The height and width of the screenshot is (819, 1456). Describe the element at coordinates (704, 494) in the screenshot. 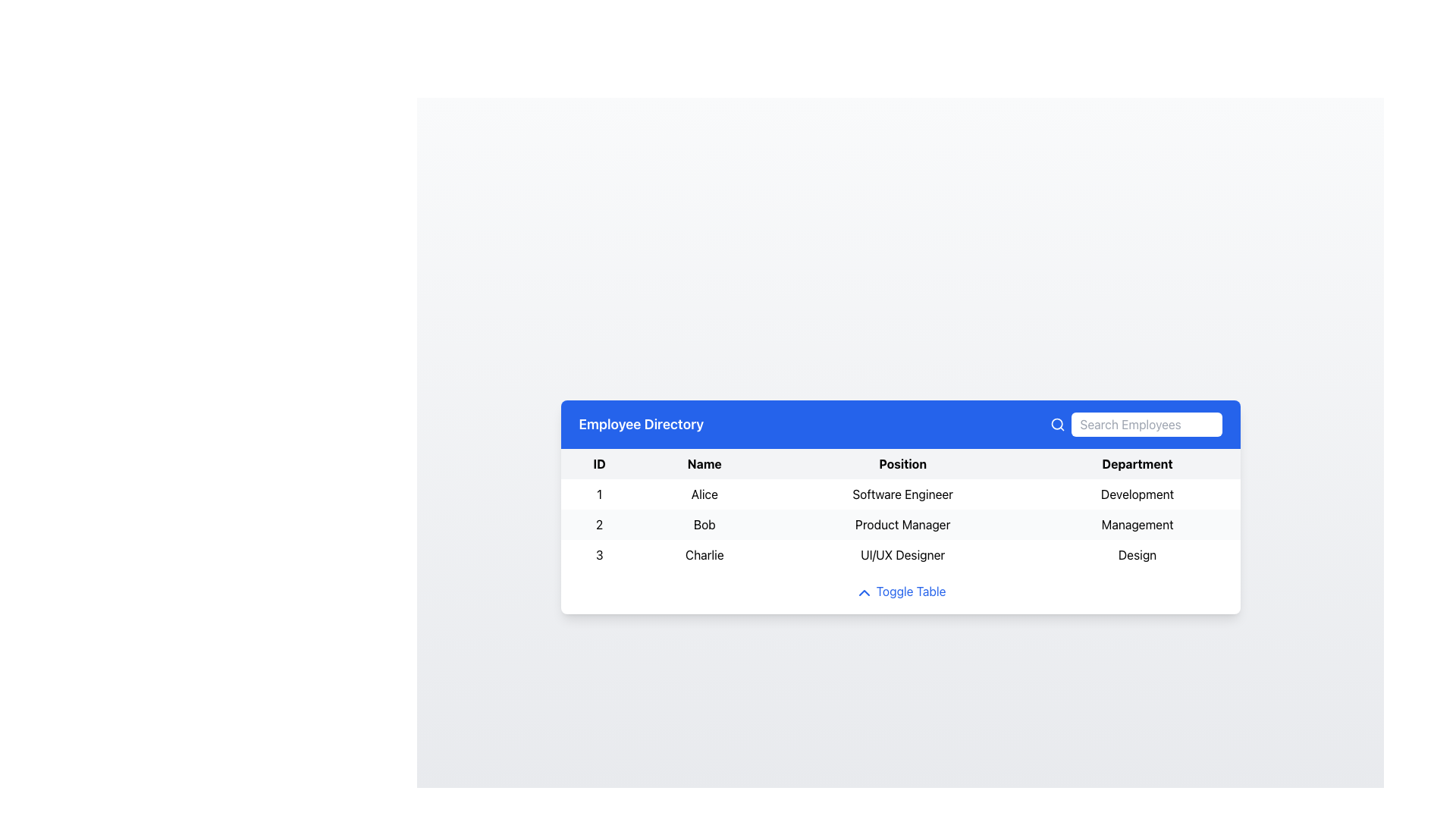

I see `text displayed in the label 'Alice', which is located in the second column of the first row of the 'Employee Directory' table under the 'Name' column header` at that location.